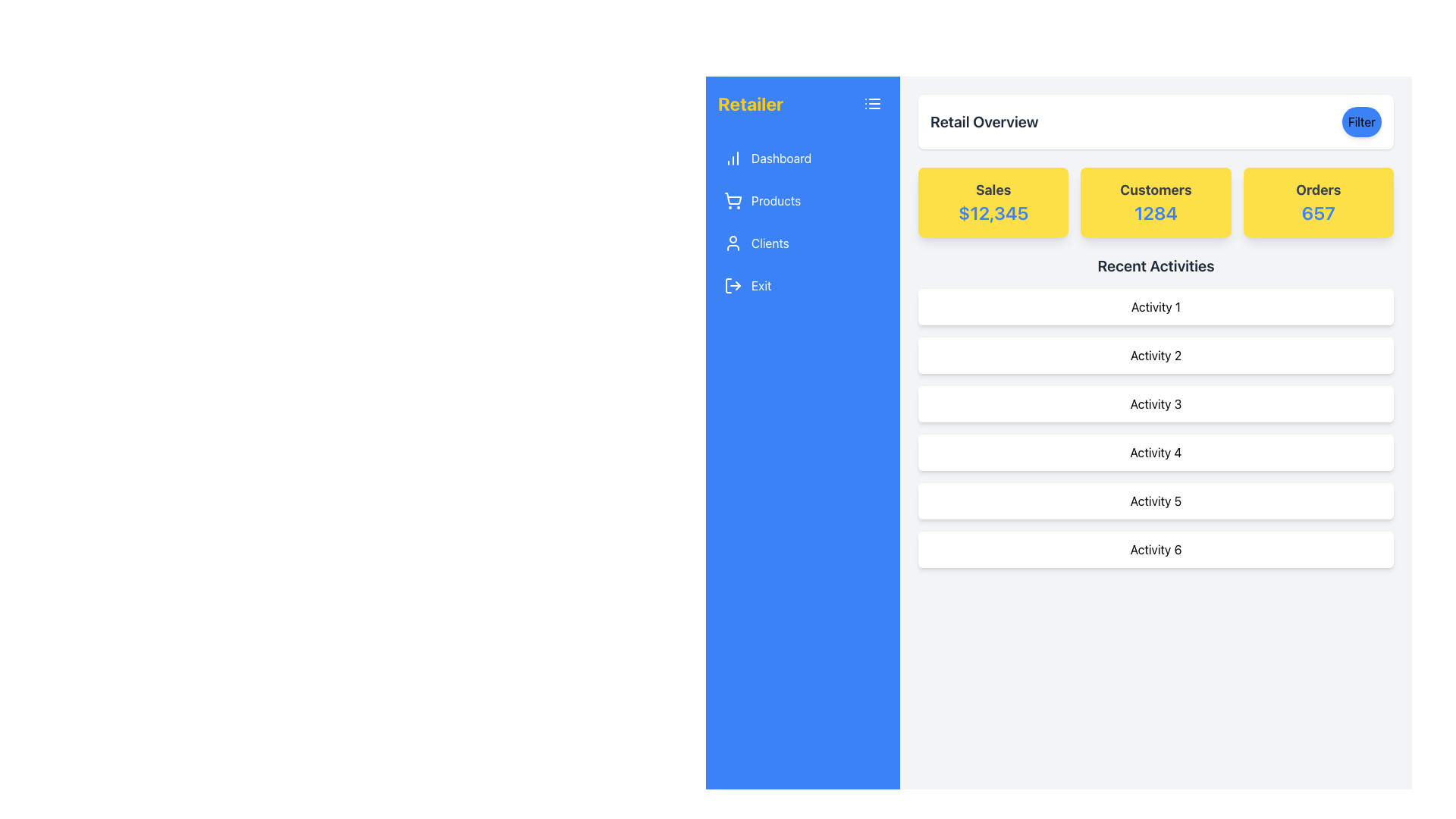 This screenshot has height=819, width=1456. I want to click on the shopping cart icon in the vertical menu bar, so click(733, 200).